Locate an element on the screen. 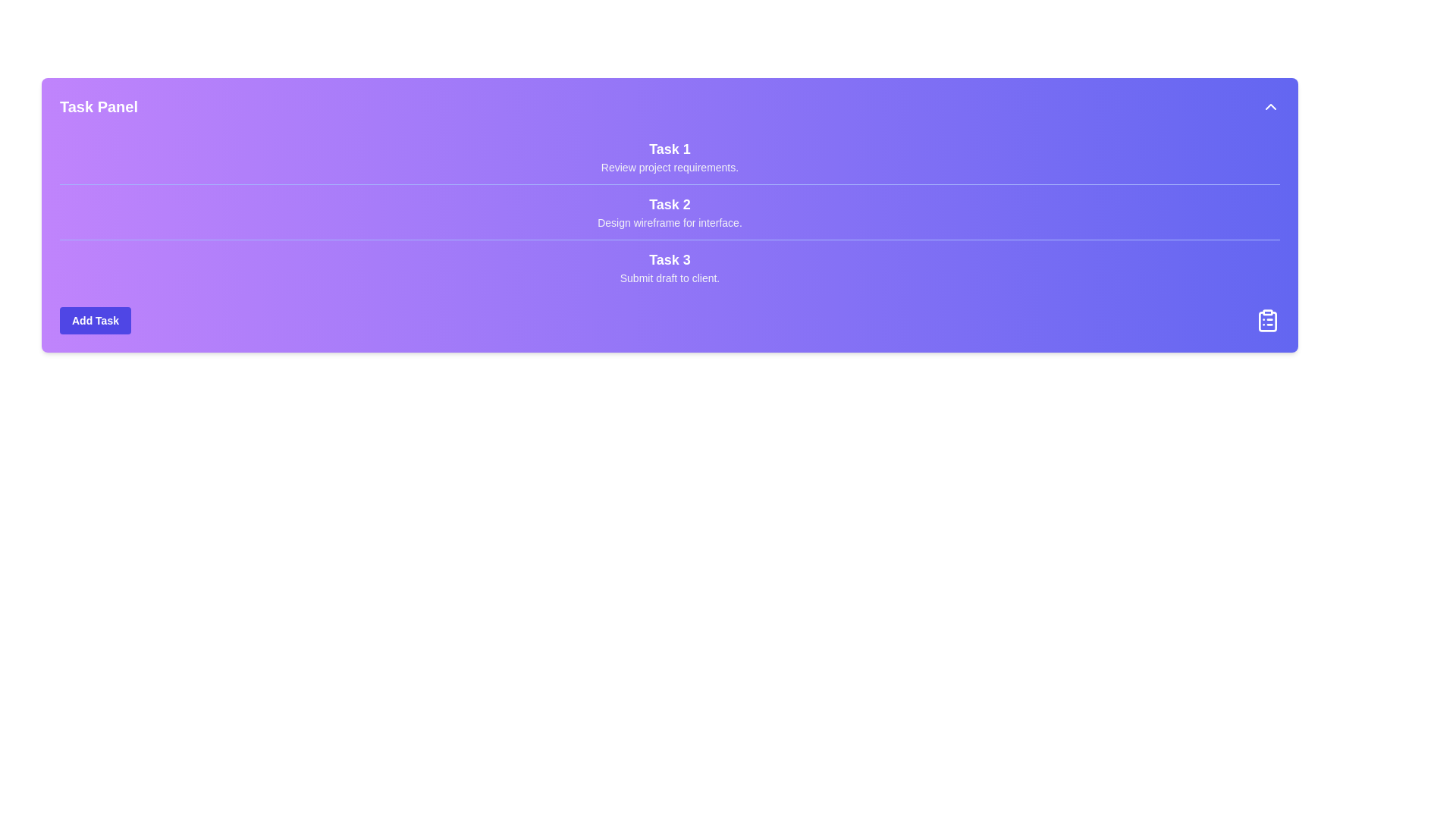 This screenshot has height=819, width=1456. the Text Label (Heading) that serves as the title or identifier for the task, positioned at the top-left section of the task entry, to possibly reveal additional options is located at coordinates (669, 149).